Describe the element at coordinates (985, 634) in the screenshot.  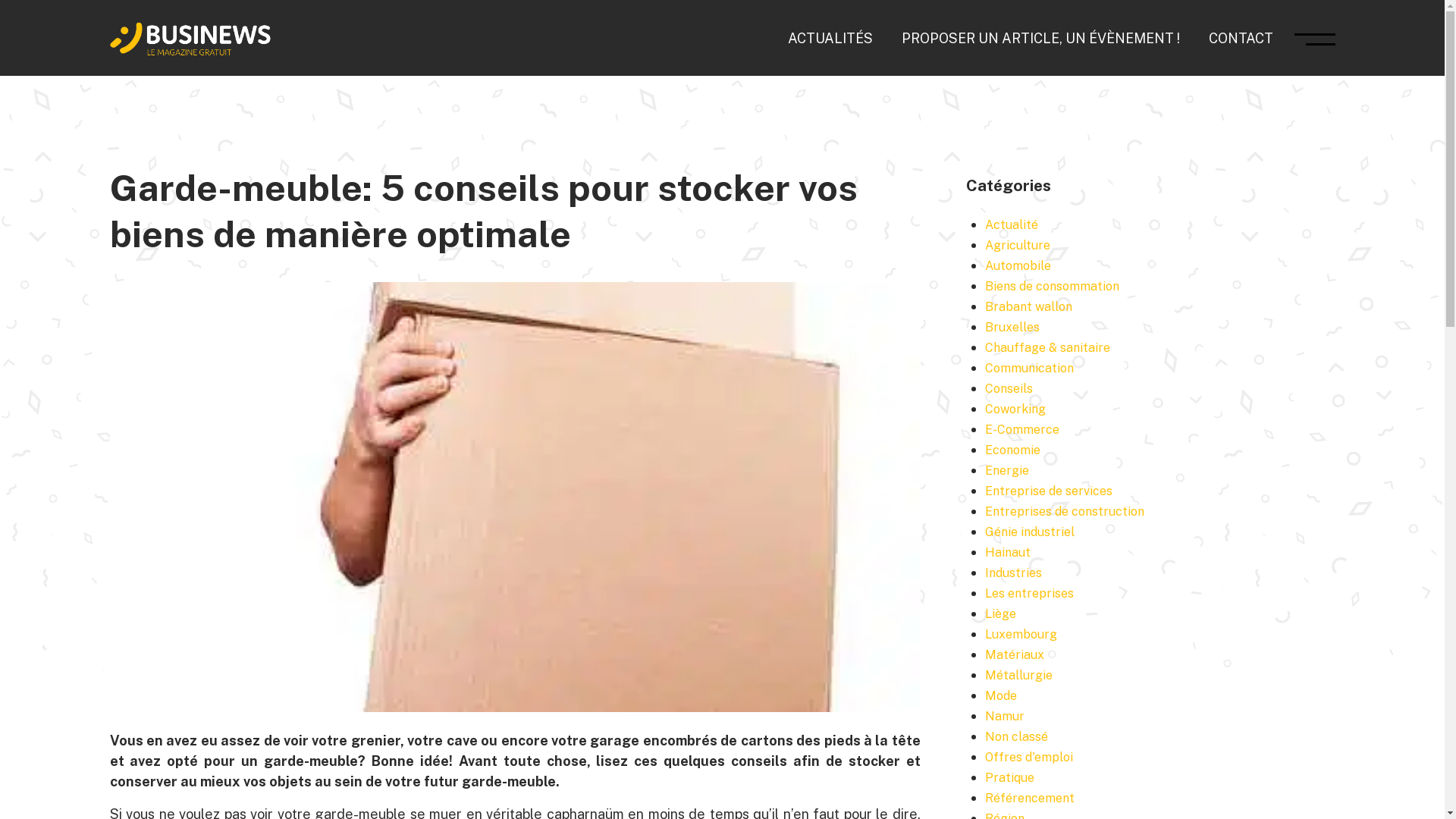
I see `'Luxembourg'` at that location.